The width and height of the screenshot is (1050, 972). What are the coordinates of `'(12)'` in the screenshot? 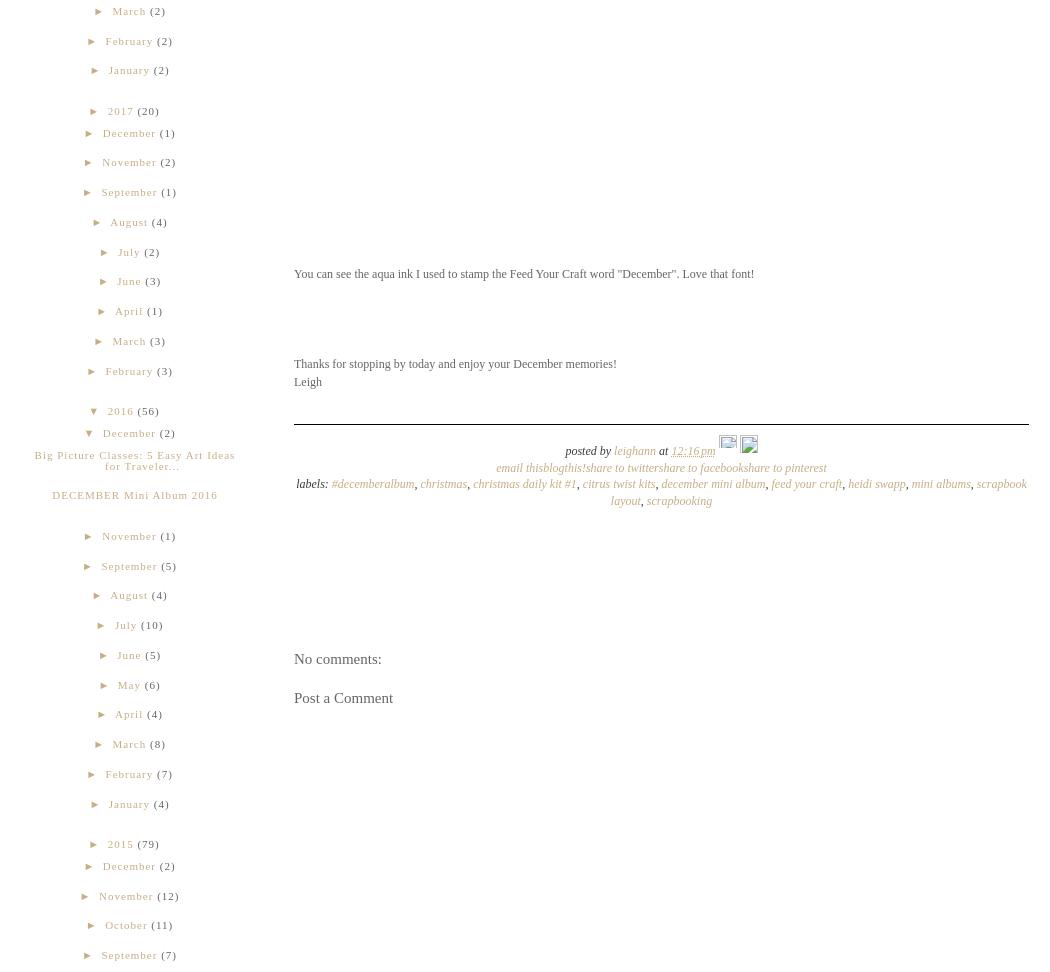 It's located at (168, 895).